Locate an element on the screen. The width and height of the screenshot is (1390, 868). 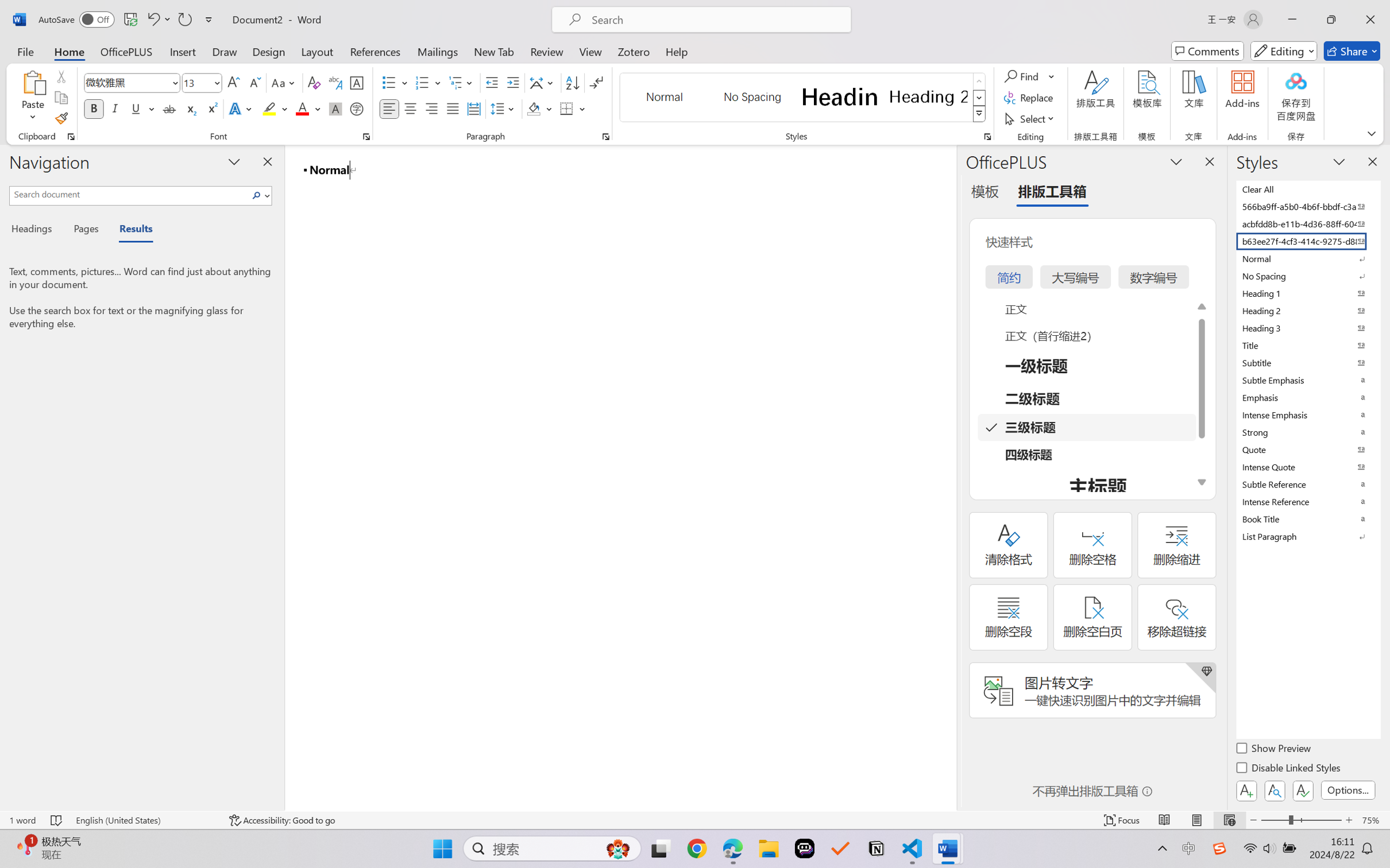
'Character Shading' is located at coordinates (334, 108).